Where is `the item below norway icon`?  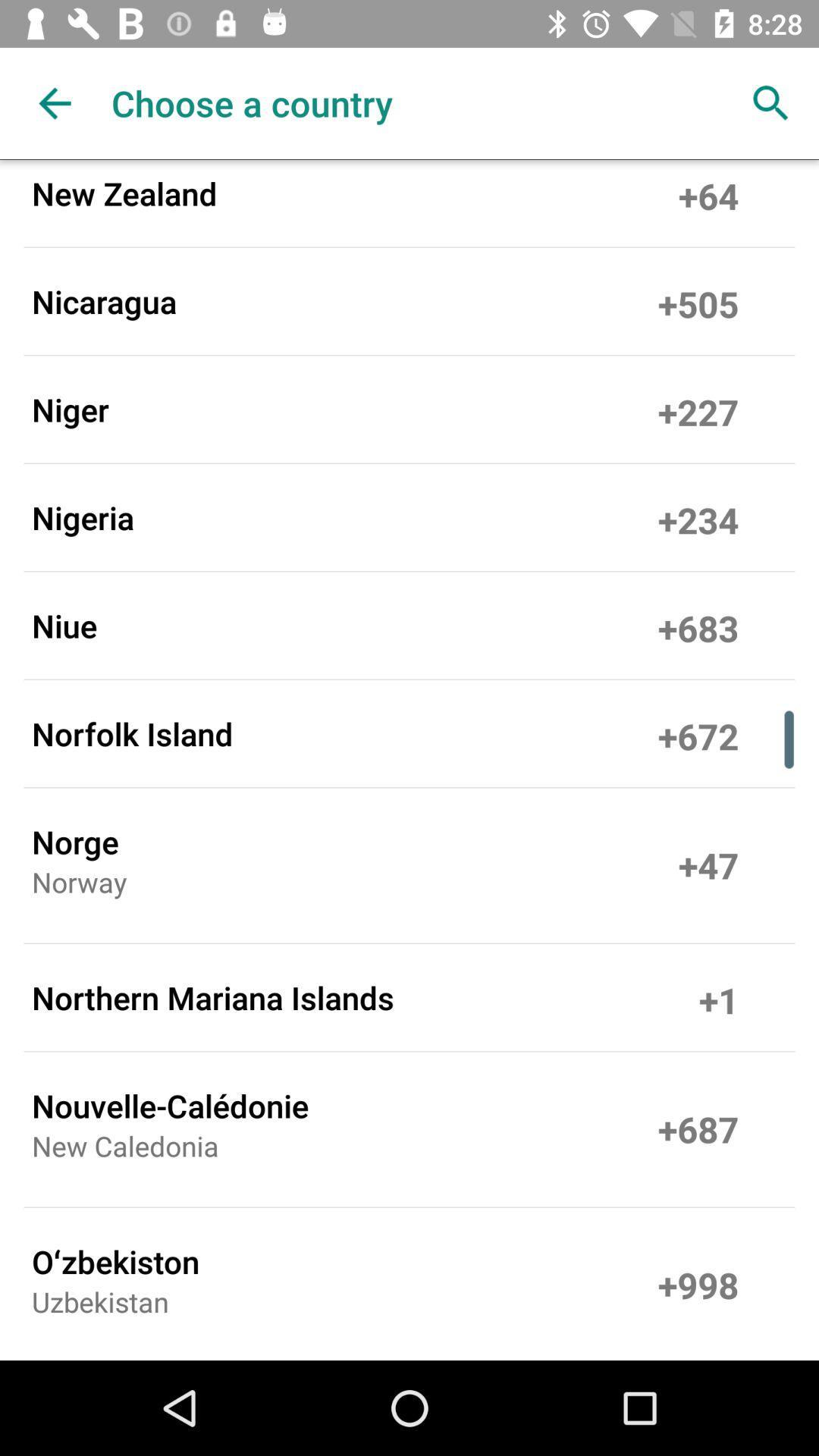
the item below norway icon is located at coordinates (212, 997).